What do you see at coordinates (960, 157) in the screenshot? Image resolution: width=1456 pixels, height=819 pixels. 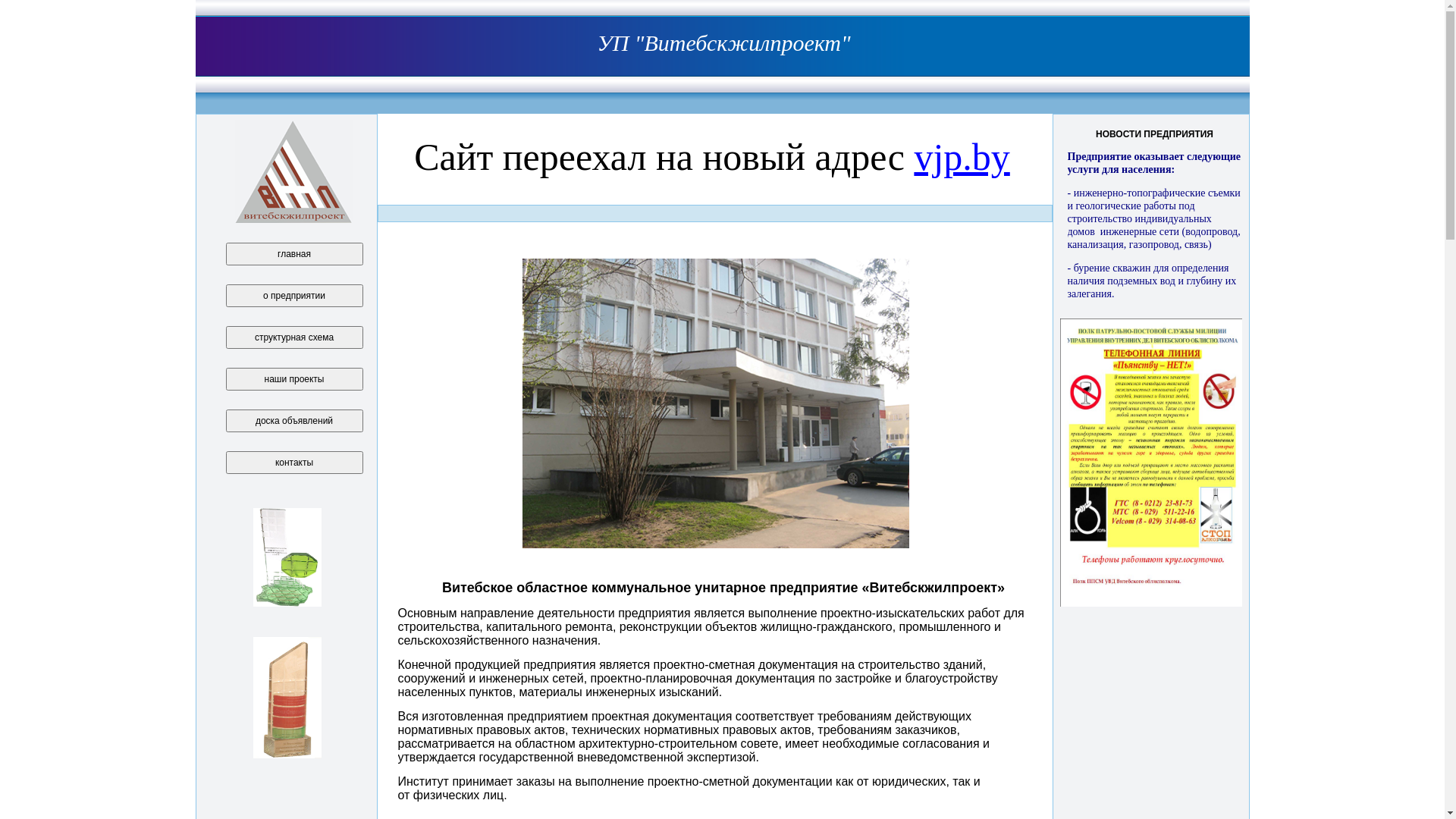 I see `'vjp.by'` at bounding box center [960, 157].